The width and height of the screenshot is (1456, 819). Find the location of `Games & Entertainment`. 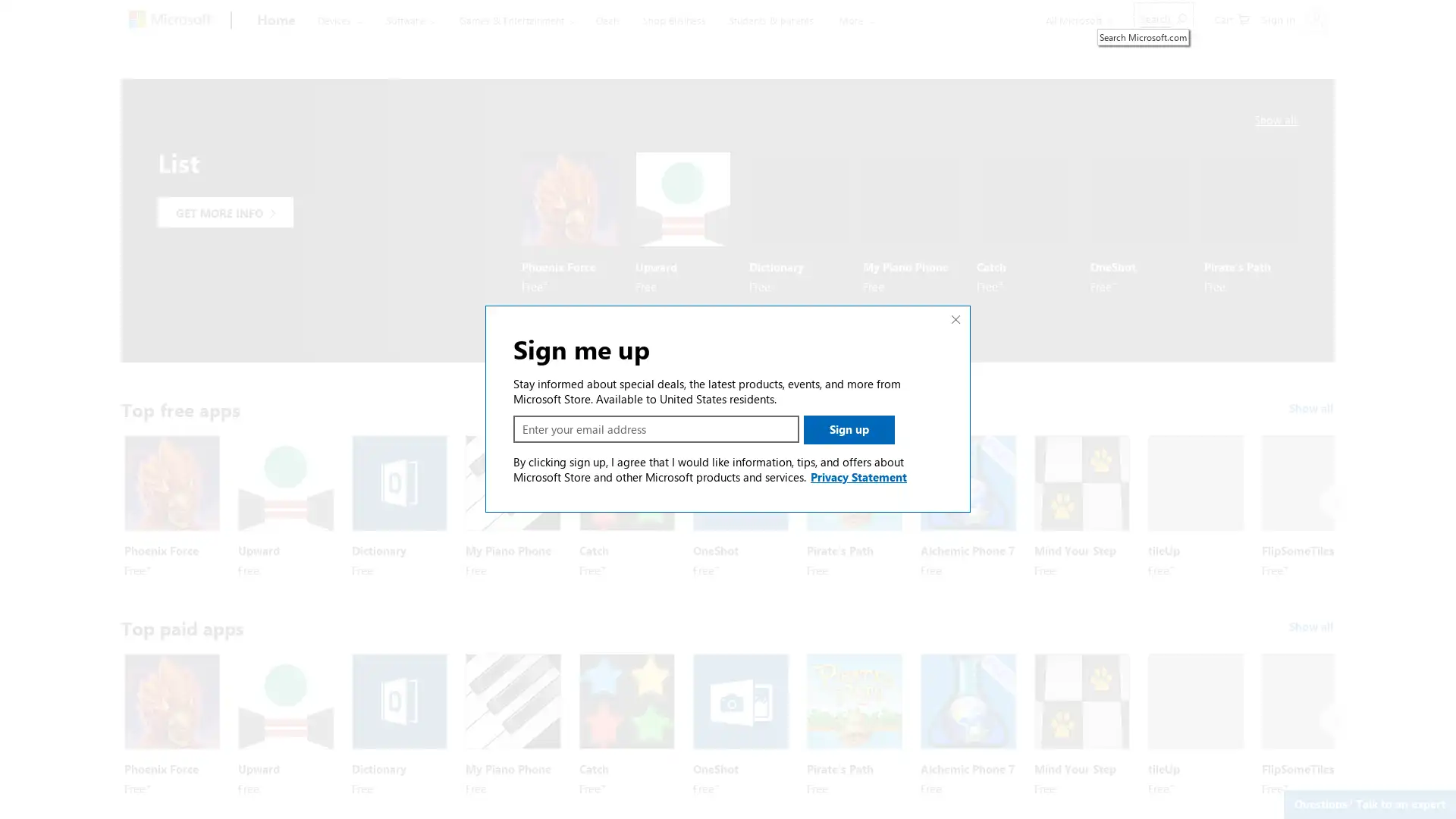

Games & Entertainment is located at coordinates (516, 20).